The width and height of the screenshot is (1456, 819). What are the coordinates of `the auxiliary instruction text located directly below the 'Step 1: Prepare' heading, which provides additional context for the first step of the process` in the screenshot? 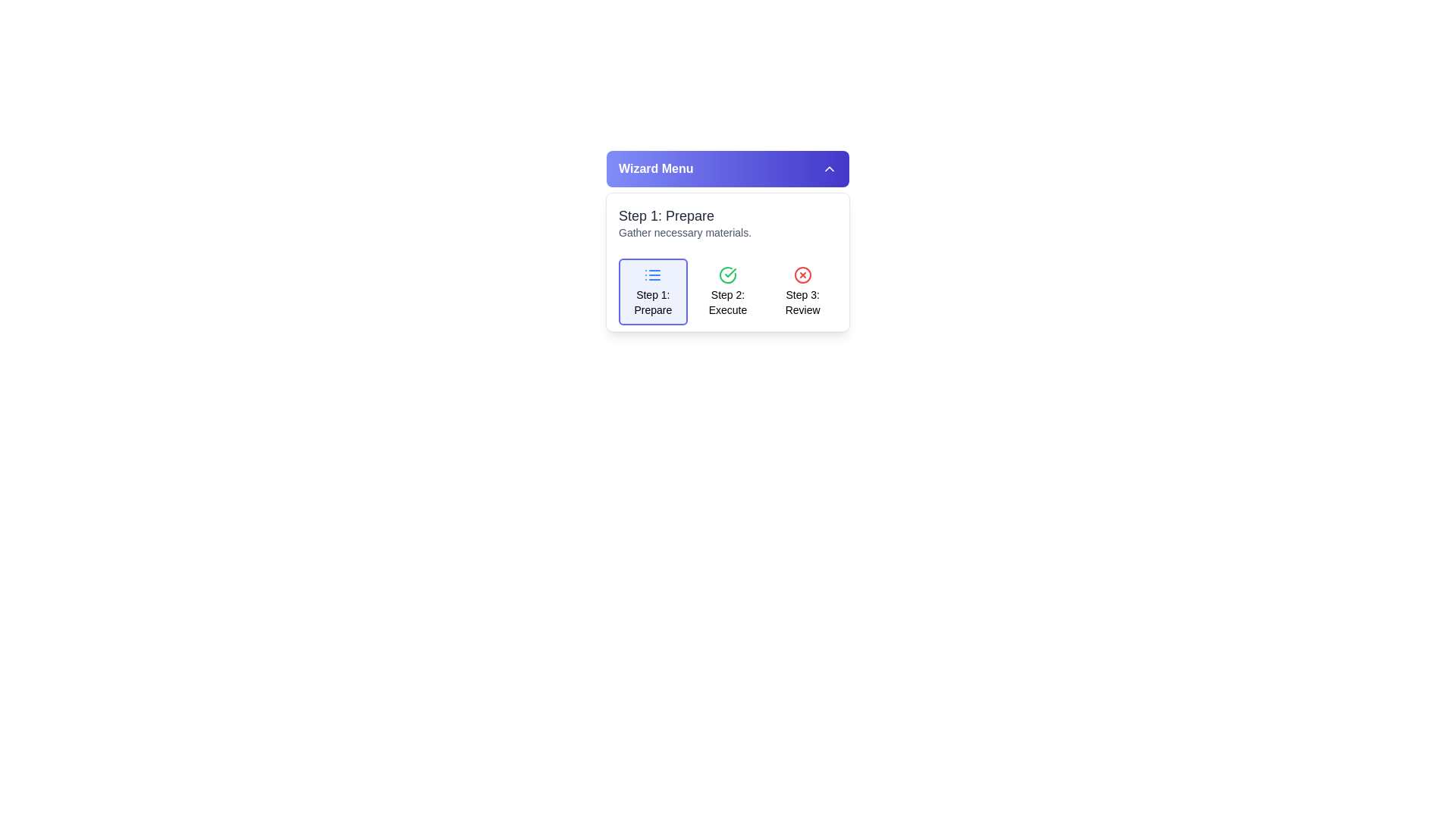 It's located at (728, 233).